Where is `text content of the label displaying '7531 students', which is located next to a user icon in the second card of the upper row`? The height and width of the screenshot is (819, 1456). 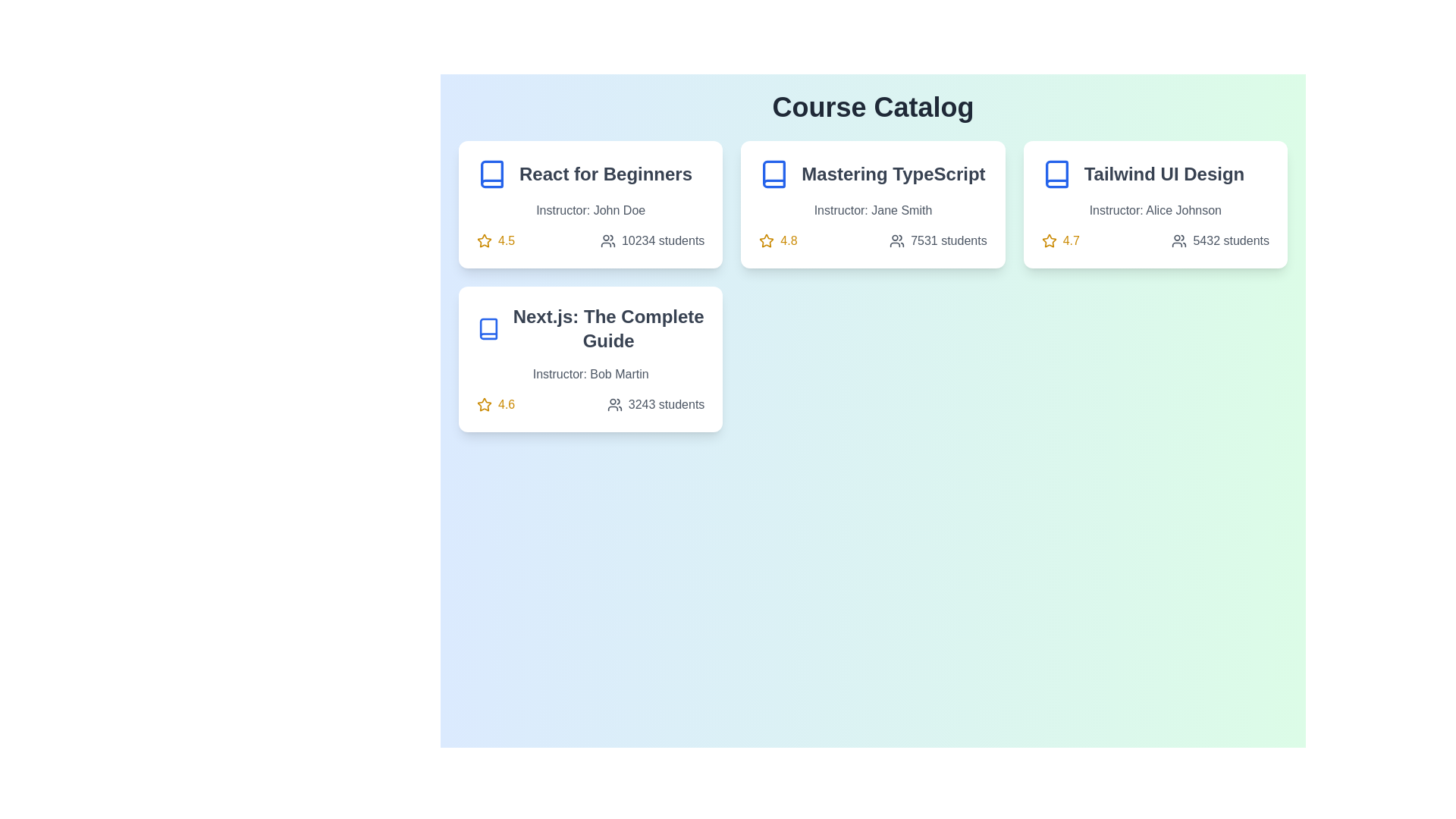 text content of the label displaying '7531 students', which is located next to a user icon in the second card of the upper row is located at coordinates (948, 240).